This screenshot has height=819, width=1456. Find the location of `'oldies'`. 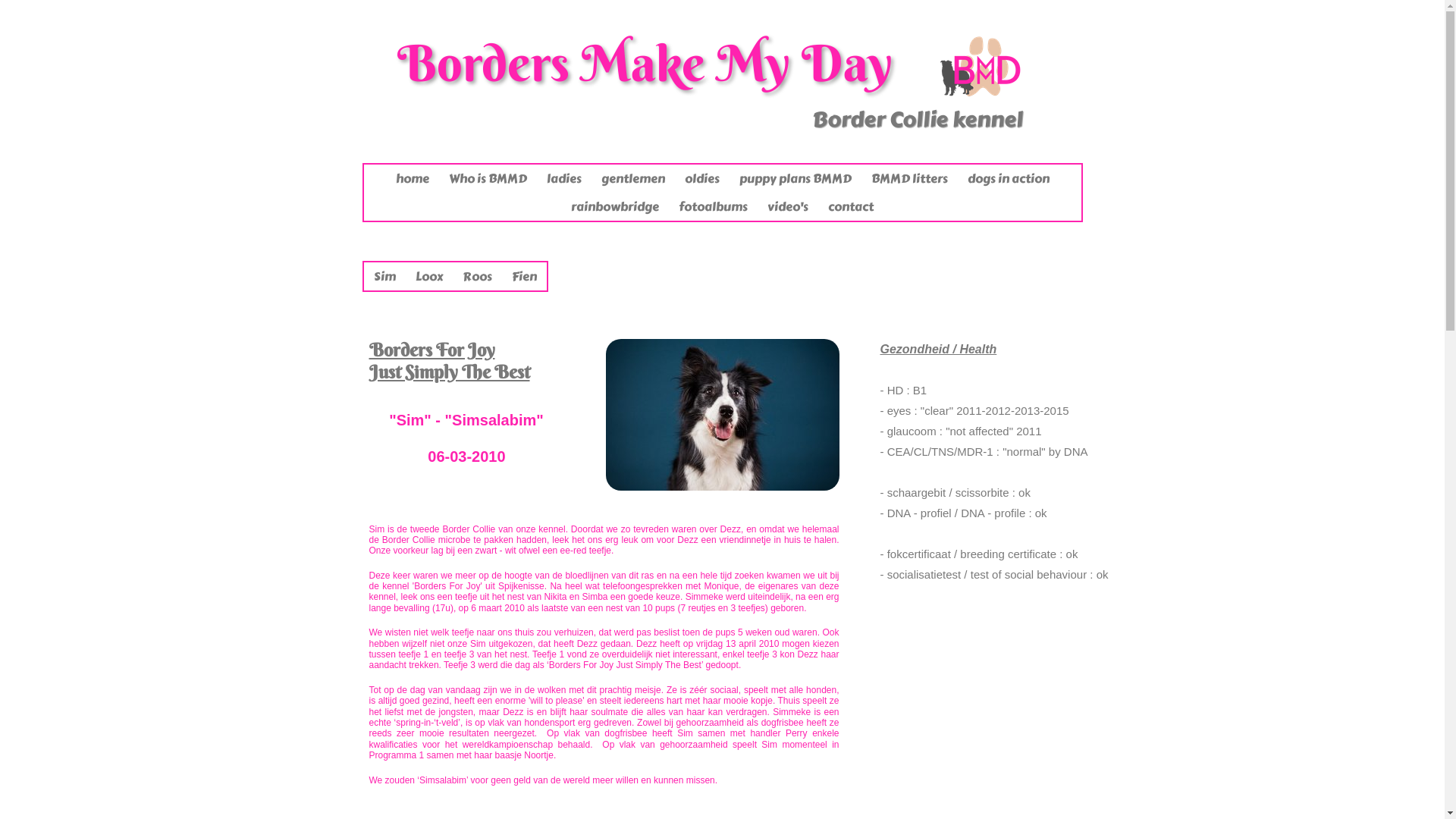

'oldies' is located at coordinates (701, 177).